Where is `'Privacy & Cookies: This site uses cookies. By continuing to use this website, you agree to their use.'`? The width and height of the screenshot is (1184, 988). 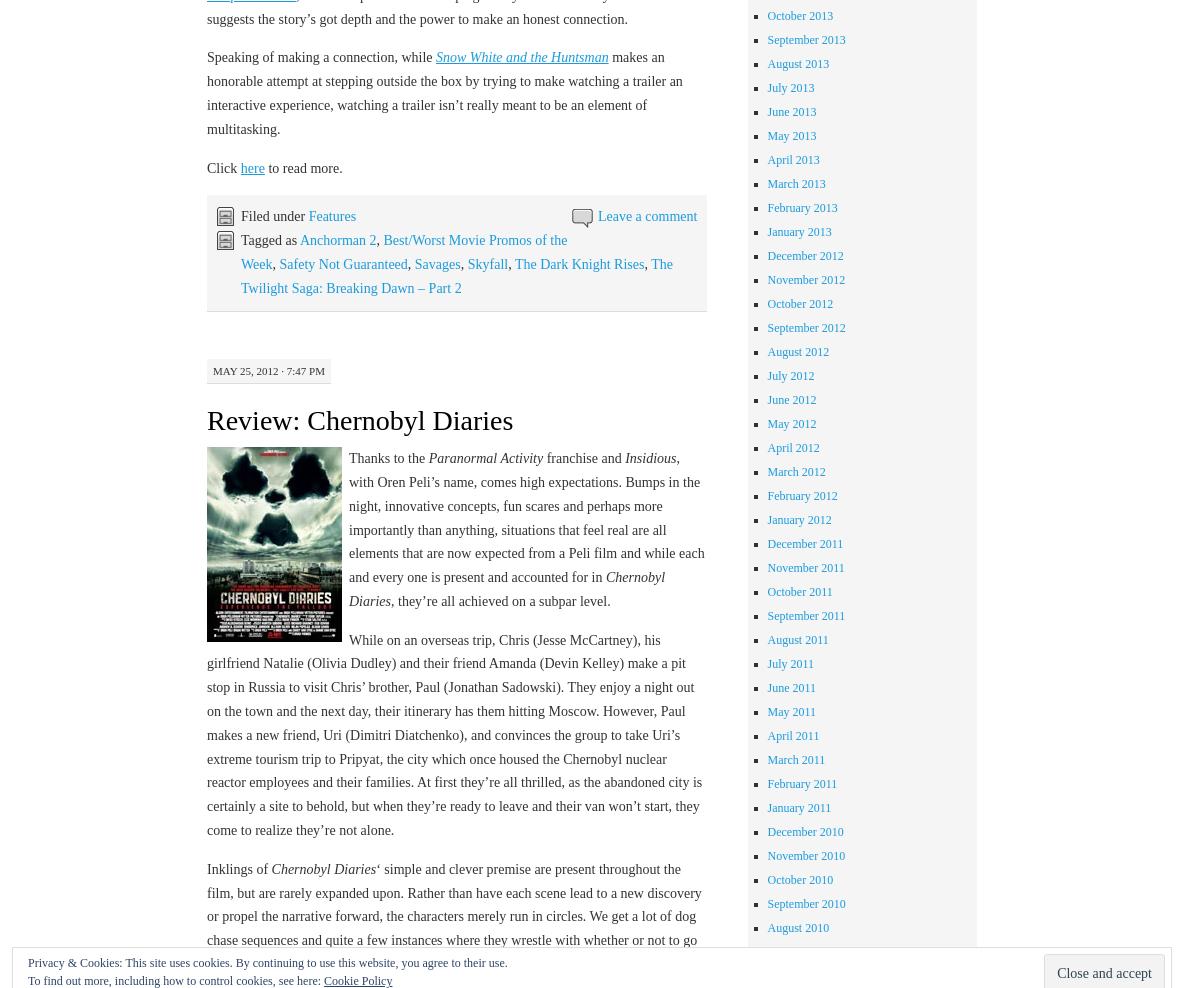
'Privacy & Cookies: This site uses cookies. By continuing to use this website, you agree to their use.' is located at coordinates (267, 963).